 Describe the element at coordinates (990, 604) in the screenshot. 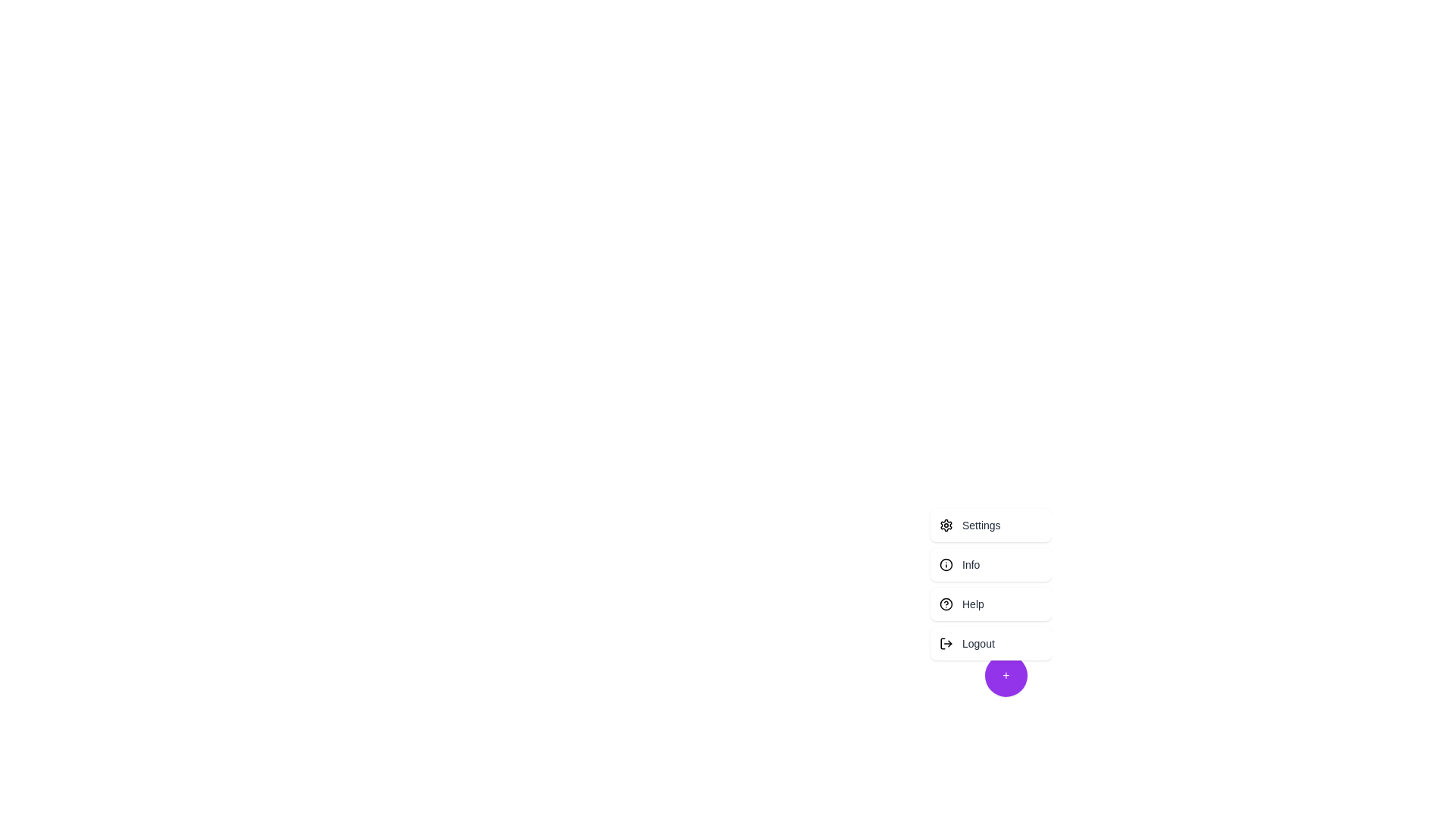

I see `the menu option Help by clicking on it` at that location.